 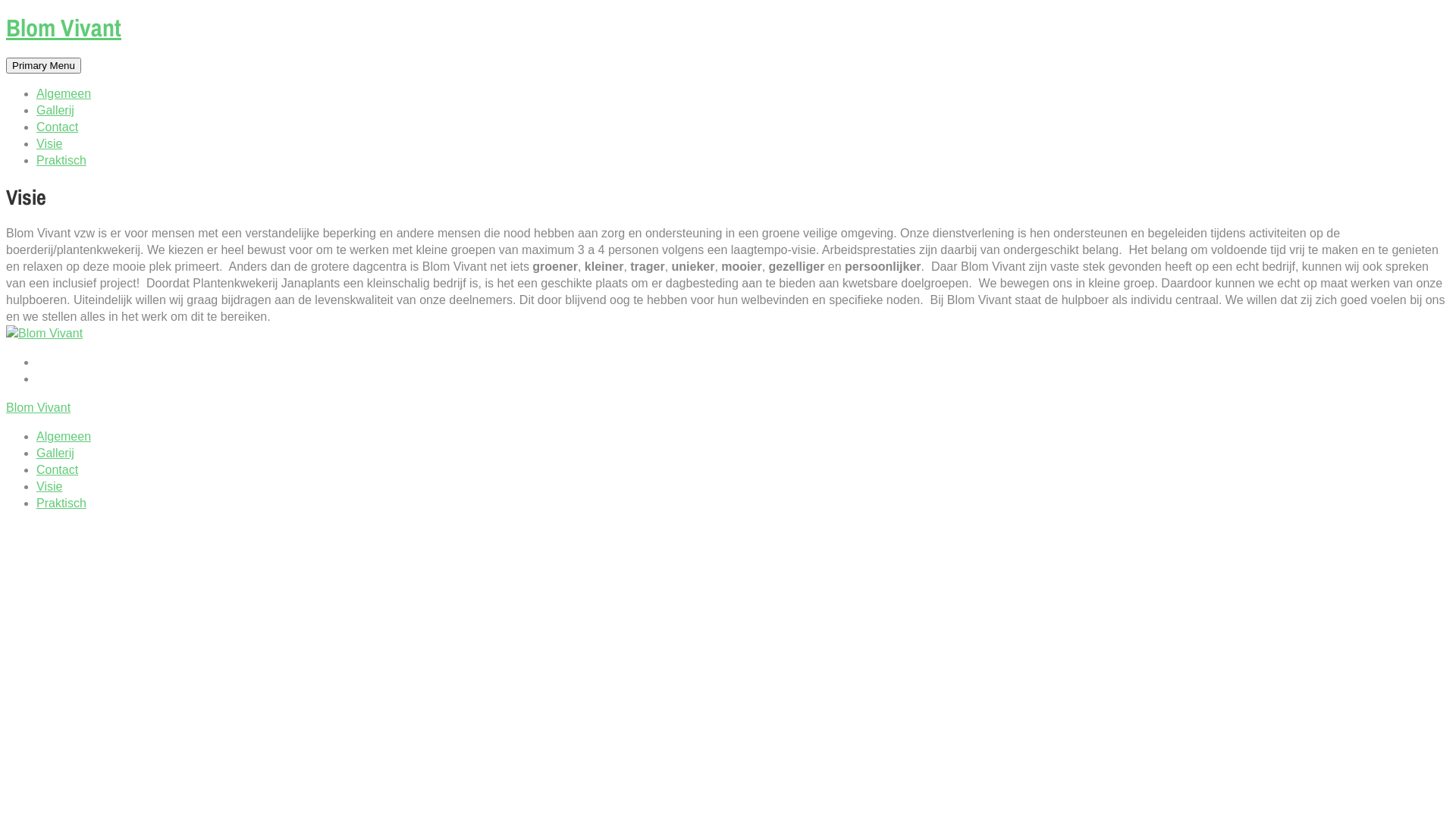 What do you see at coordinates (36, 109) in the screenshot?
I see `'Gallerij'` at bounding box center [36, 109].